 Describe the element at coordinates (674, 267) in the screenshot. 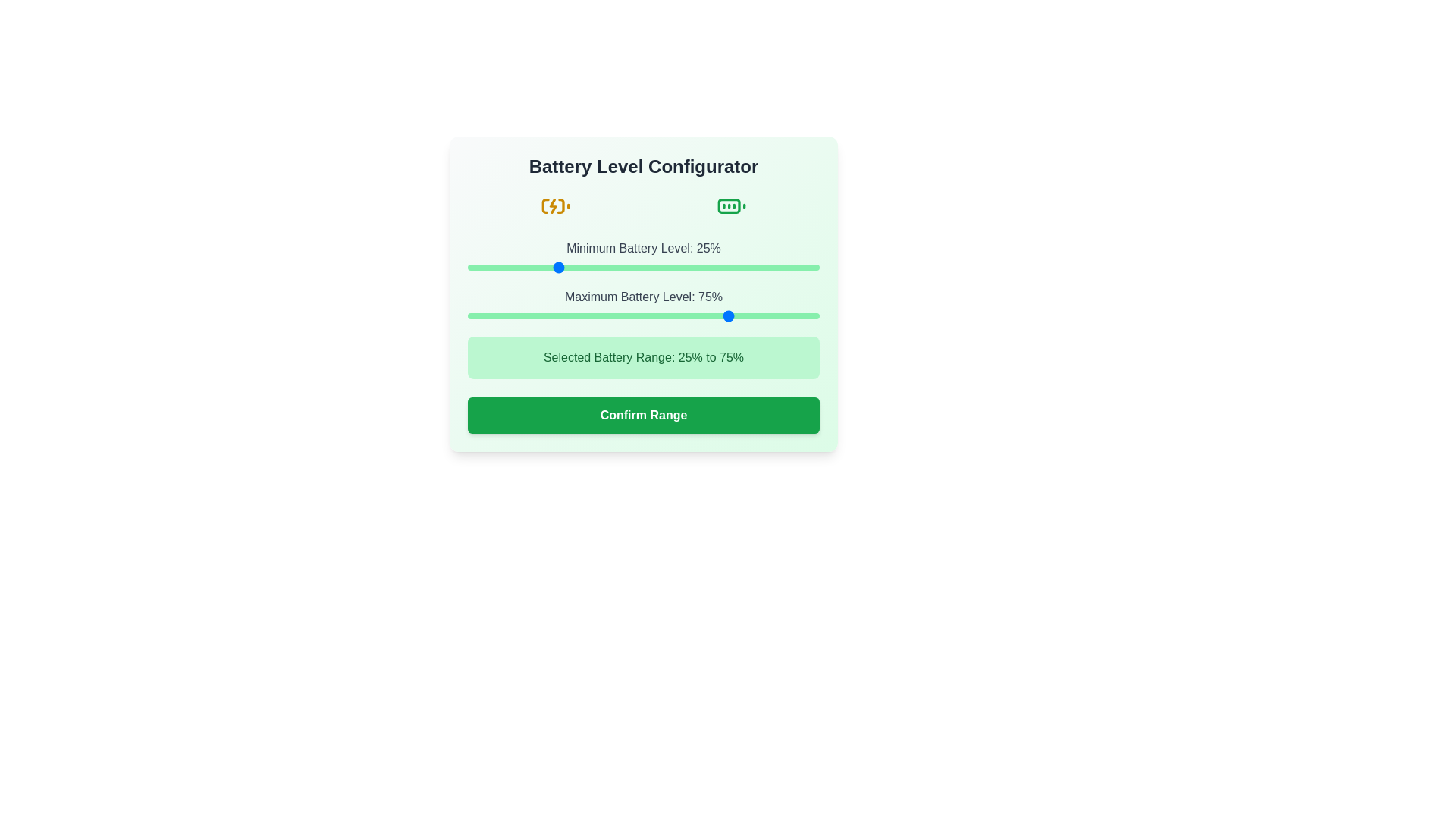

I see `the minimum battery level` at that location.